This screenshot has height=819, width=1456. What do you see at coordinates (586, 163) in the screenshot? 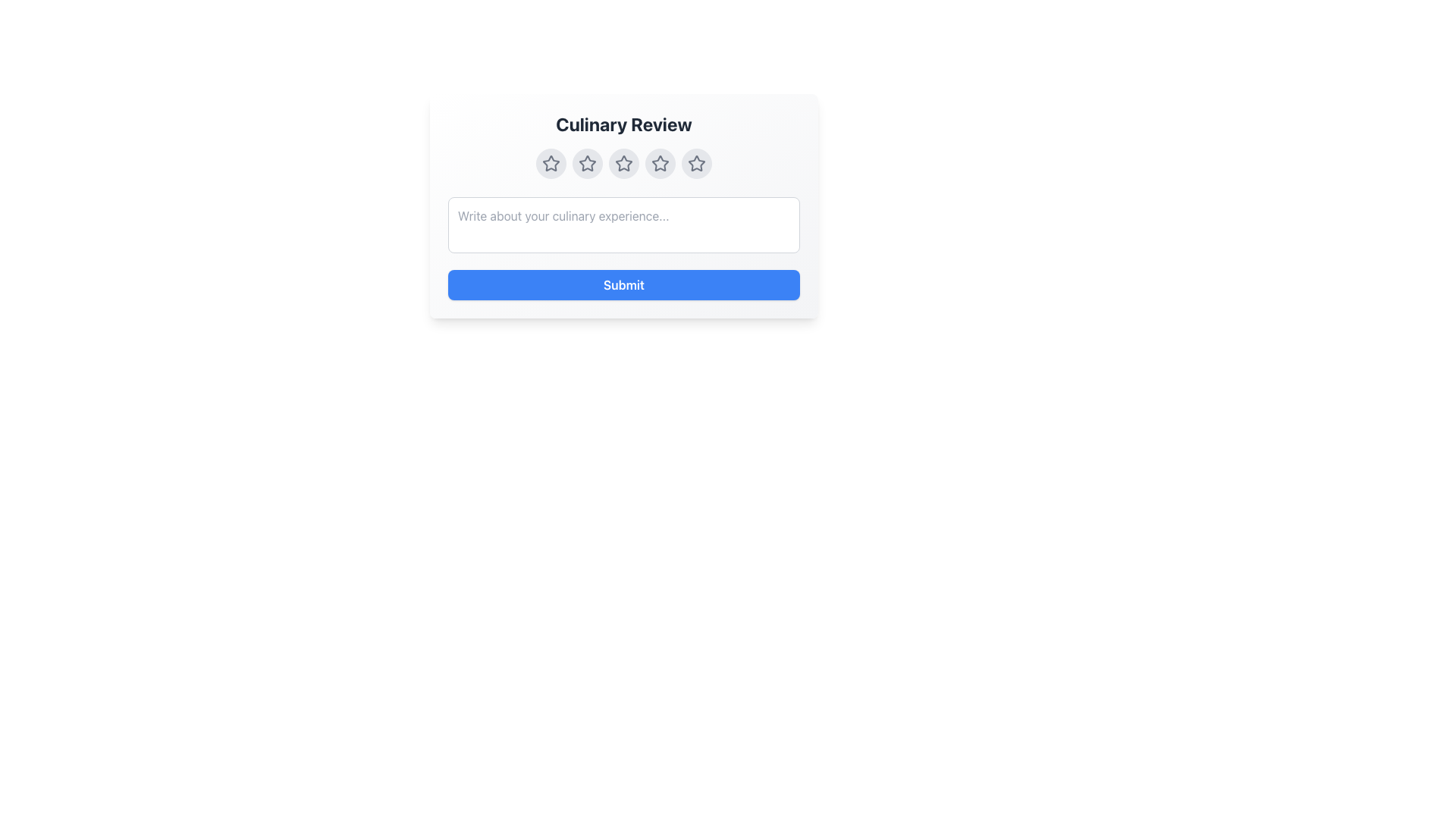
I see `the second star icon in the 5-star rating system` at bounding box center [586, 163].